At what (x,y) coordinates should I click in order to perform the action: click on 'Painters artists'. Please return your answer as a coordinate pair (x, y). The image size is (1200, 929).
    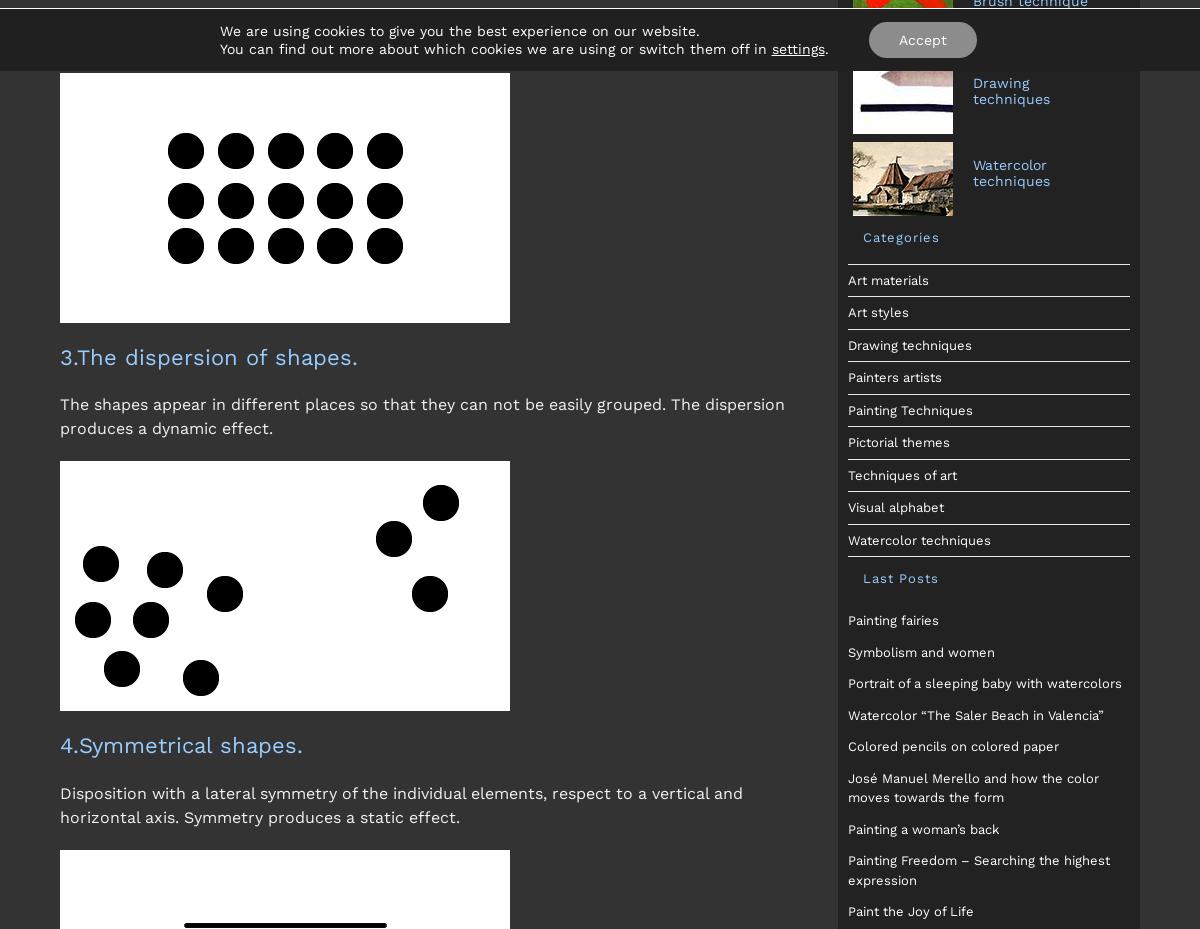
    Looking at the image, I should click on (893, 376).